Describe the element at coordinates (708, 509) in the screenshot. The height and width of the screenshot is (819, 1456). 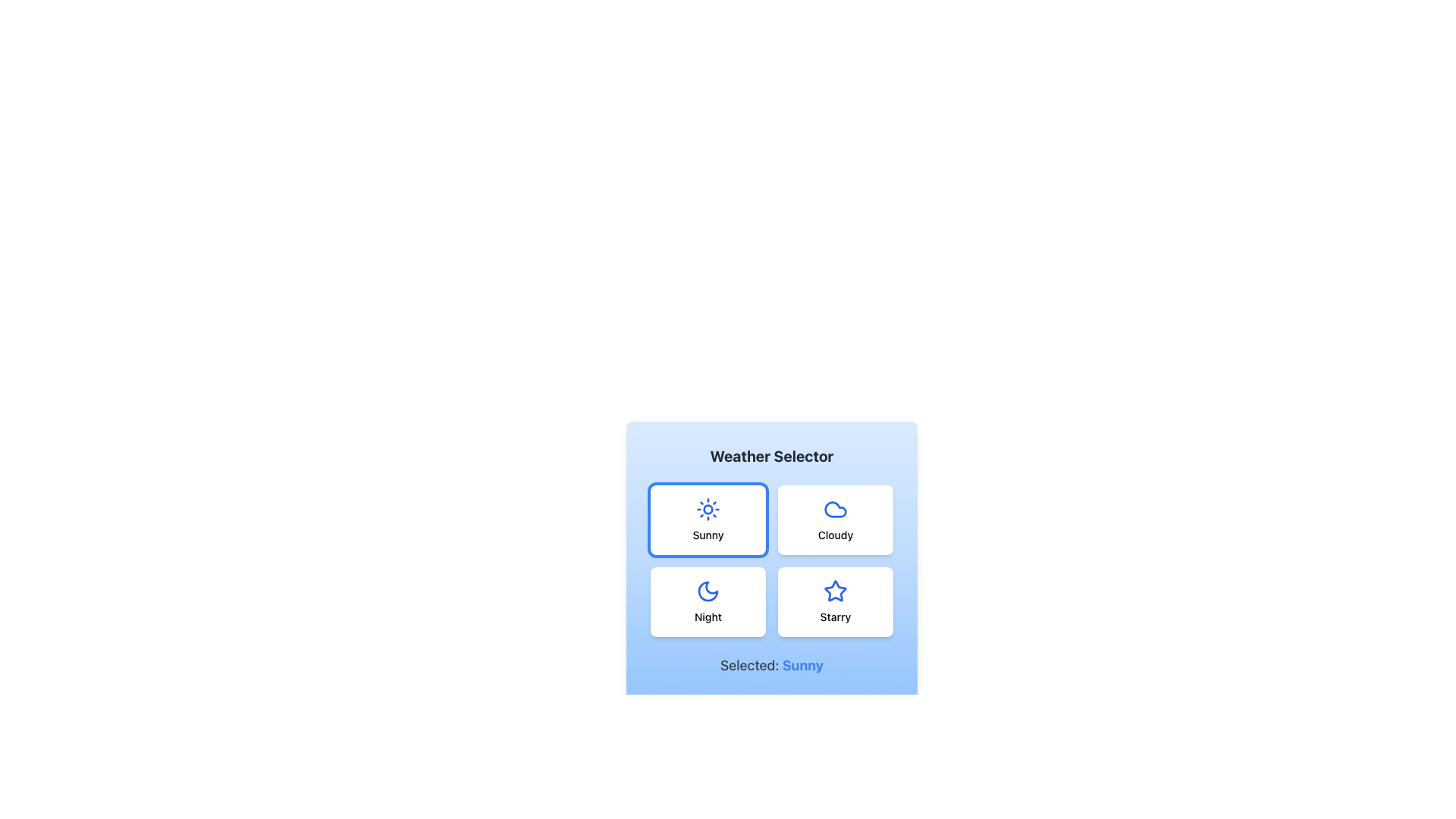
I see `the sunny weather icon in the Weather Selector interface` at that location.